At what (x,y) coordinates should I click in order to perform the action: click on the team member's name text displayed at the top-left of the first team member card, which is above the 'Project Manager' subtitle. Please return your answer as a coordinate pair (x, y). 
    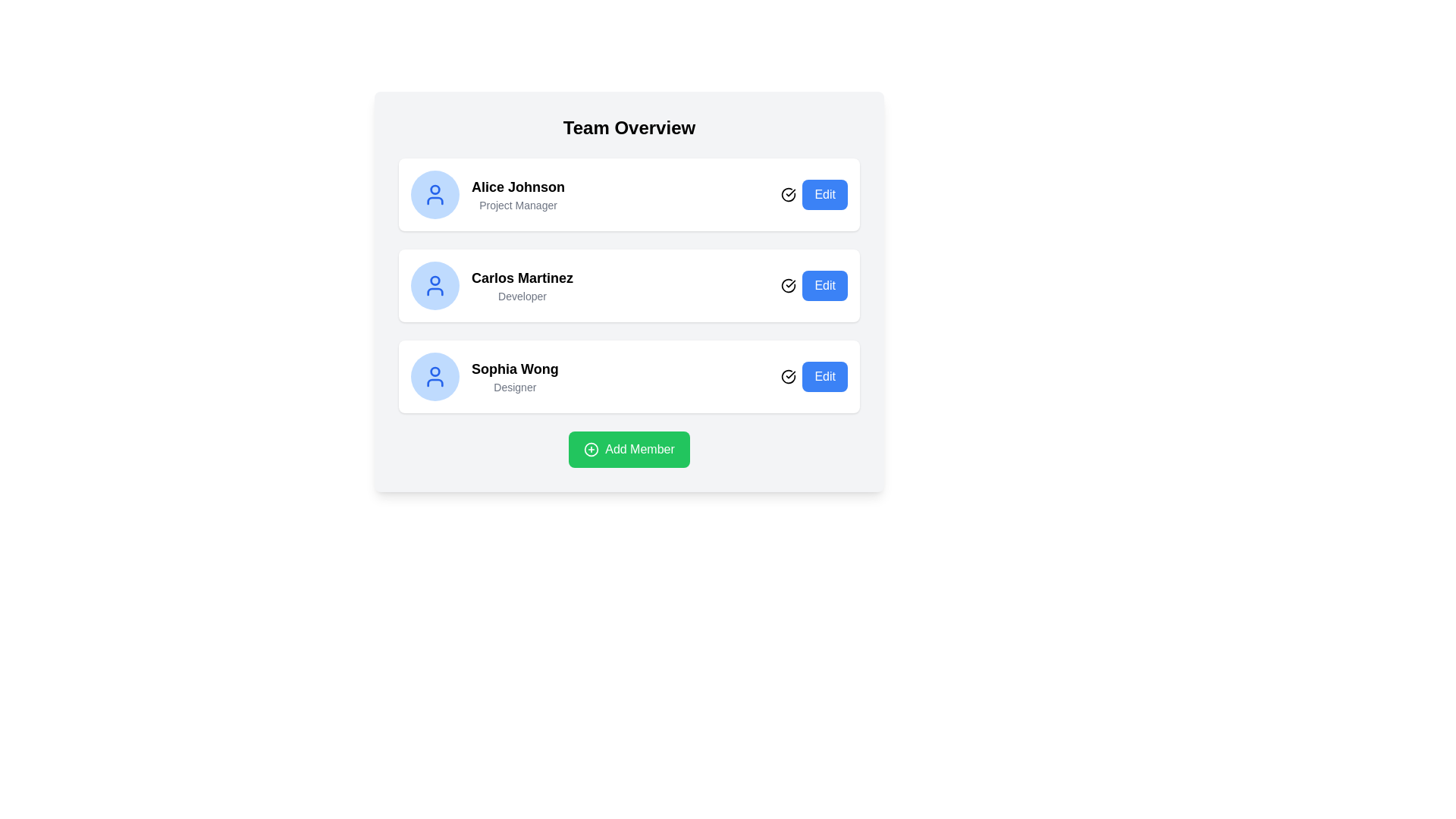
    Looking at the image, I should click on (518, 186).